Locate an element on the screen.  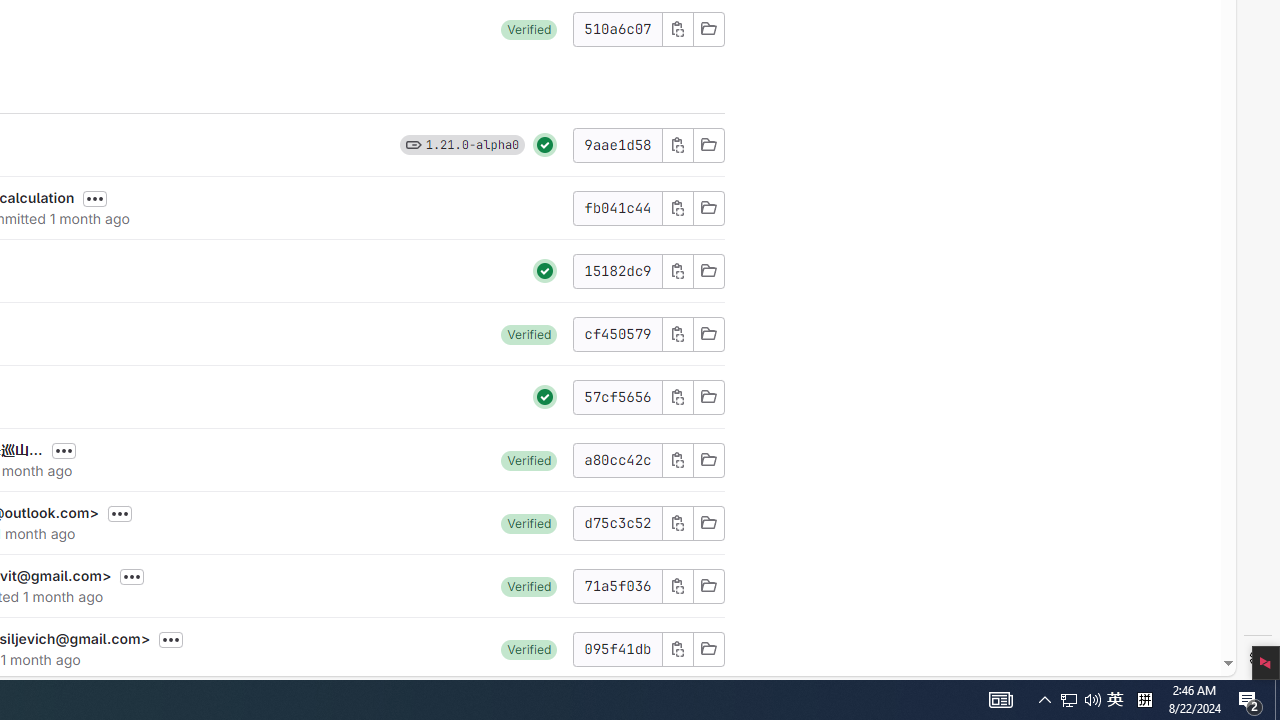
'Class: s16 gl-icon gl-button-icon ' is located at coordinates (677, 648).